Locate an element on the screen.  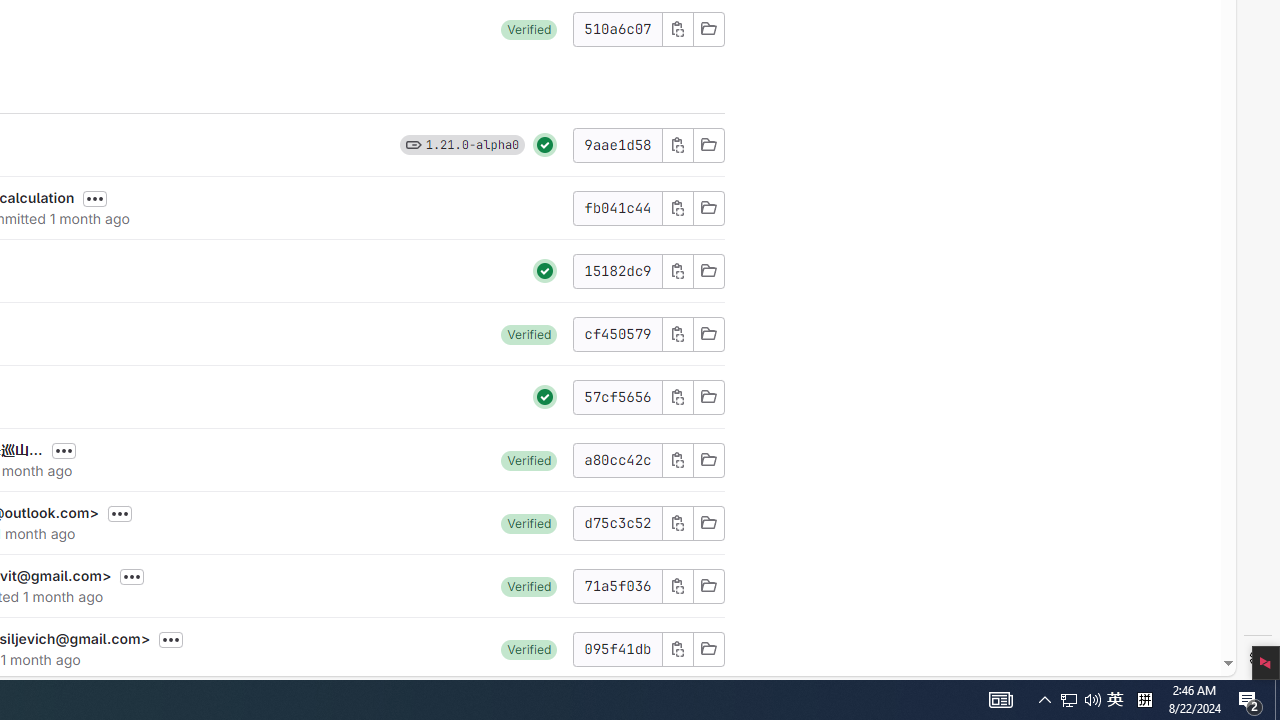
'Class: s16 gl-icon gl-button-icon ' is located at coordinates (677, 648).